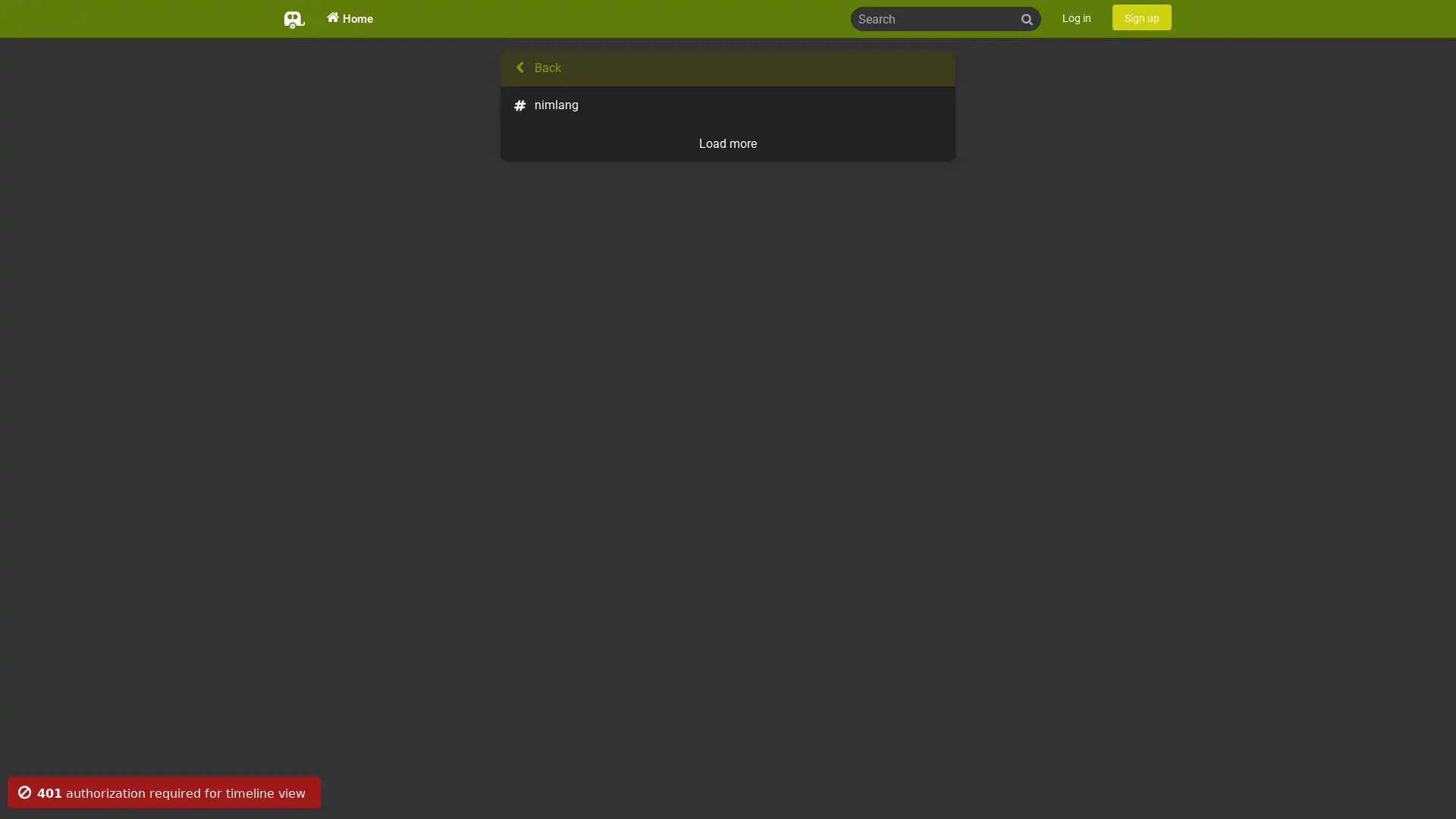  Describe the element at coordinates (728, 67) in the screenshot. I see `Back` at that location.